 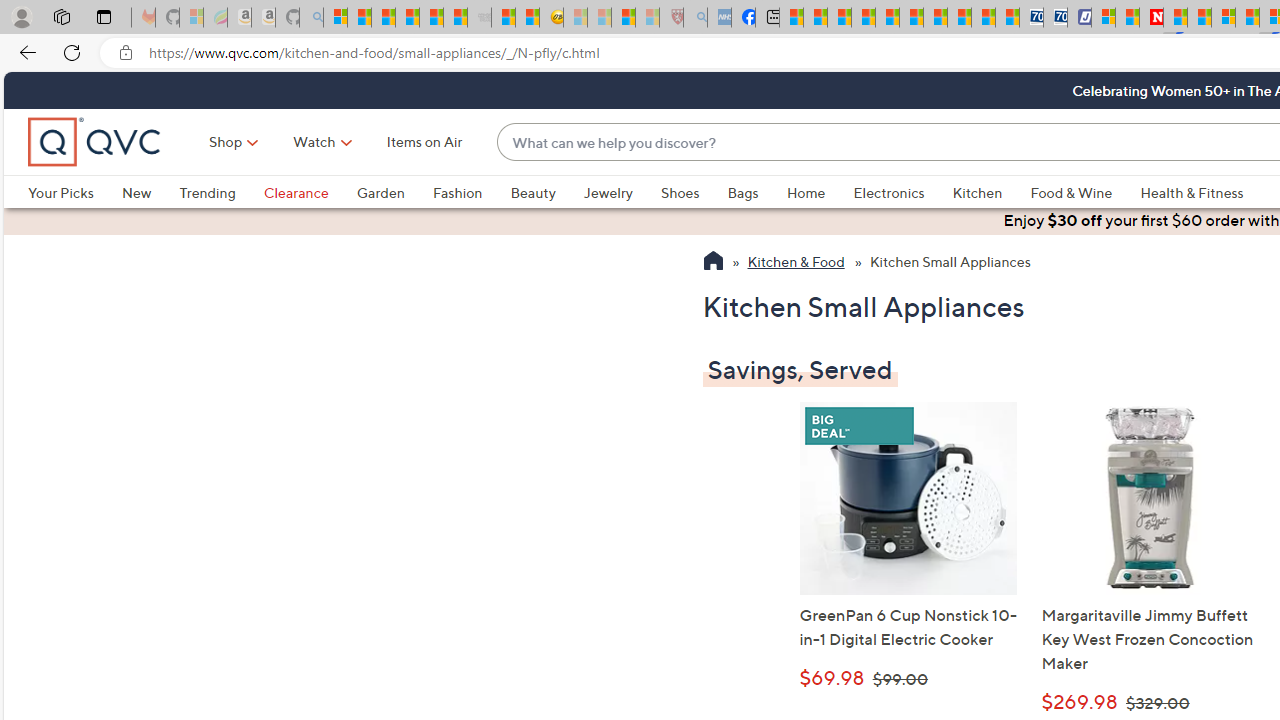 I want to click on 'Kitchen Small Appliances', so click(x=948, y=262).